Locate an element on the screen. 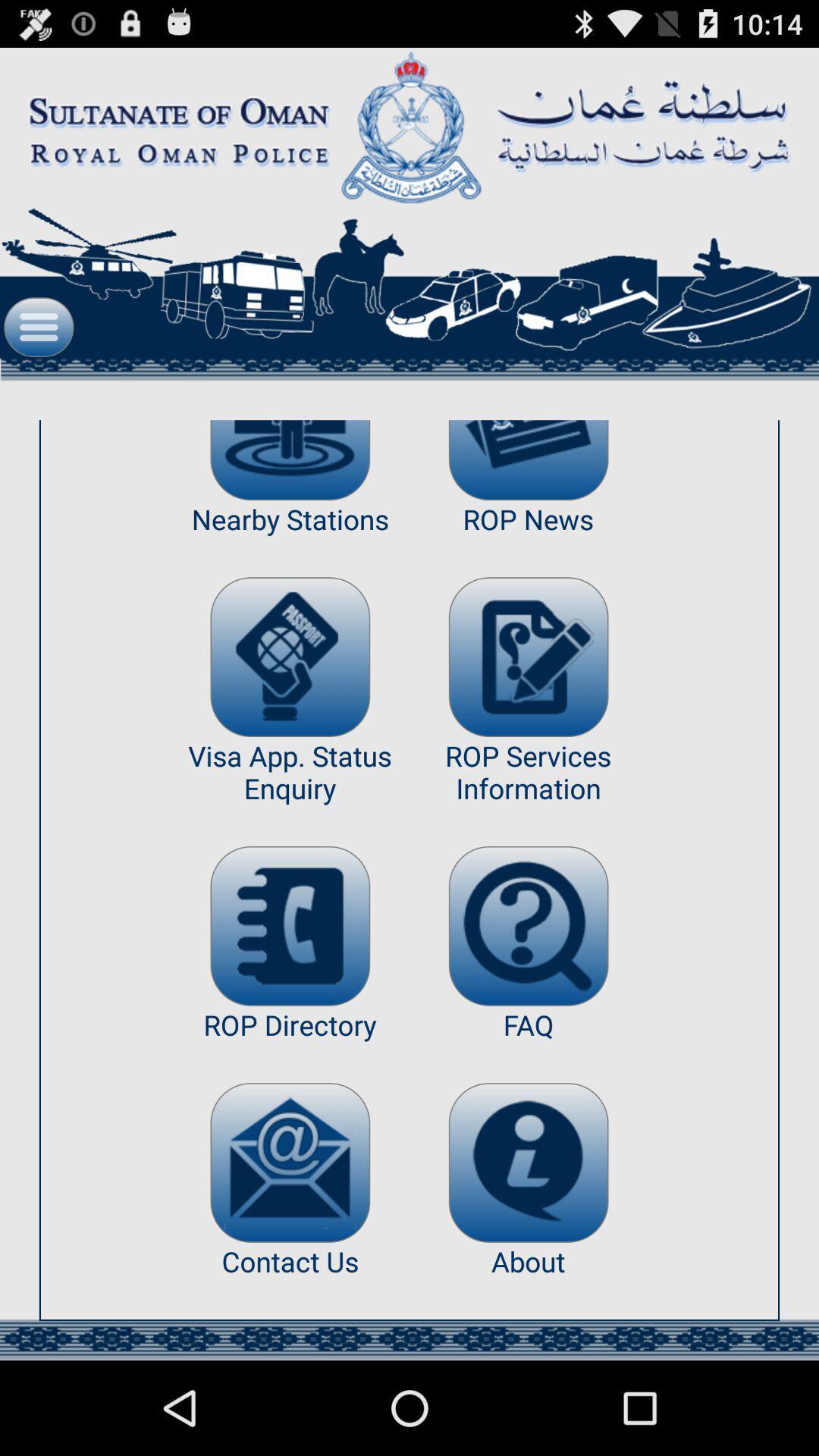  open manual or data is located at coordinates (528, 925).